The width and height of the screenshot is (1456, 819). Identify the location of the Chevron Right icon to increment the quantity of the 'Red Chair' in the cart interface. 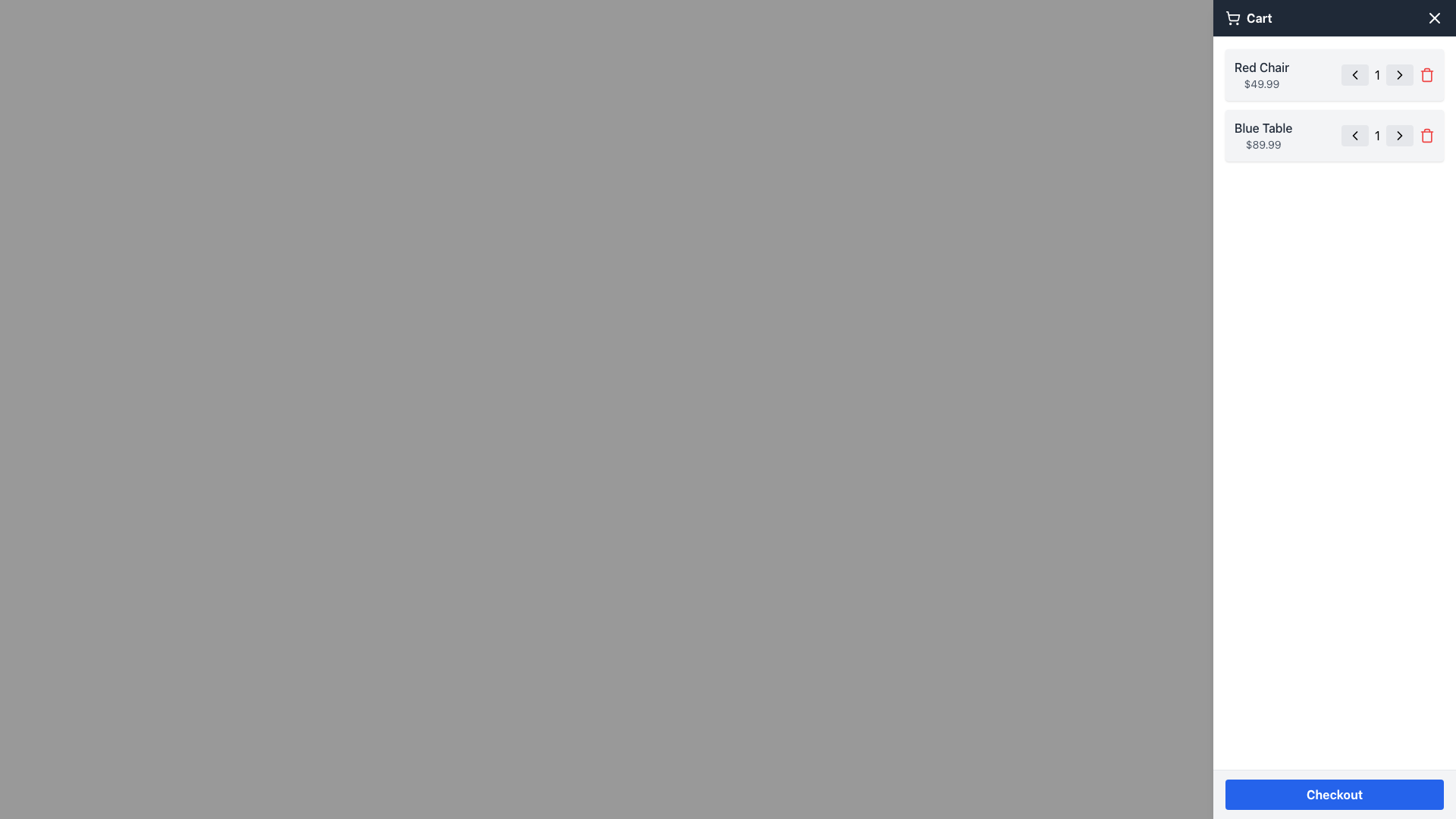
(1399, 75).